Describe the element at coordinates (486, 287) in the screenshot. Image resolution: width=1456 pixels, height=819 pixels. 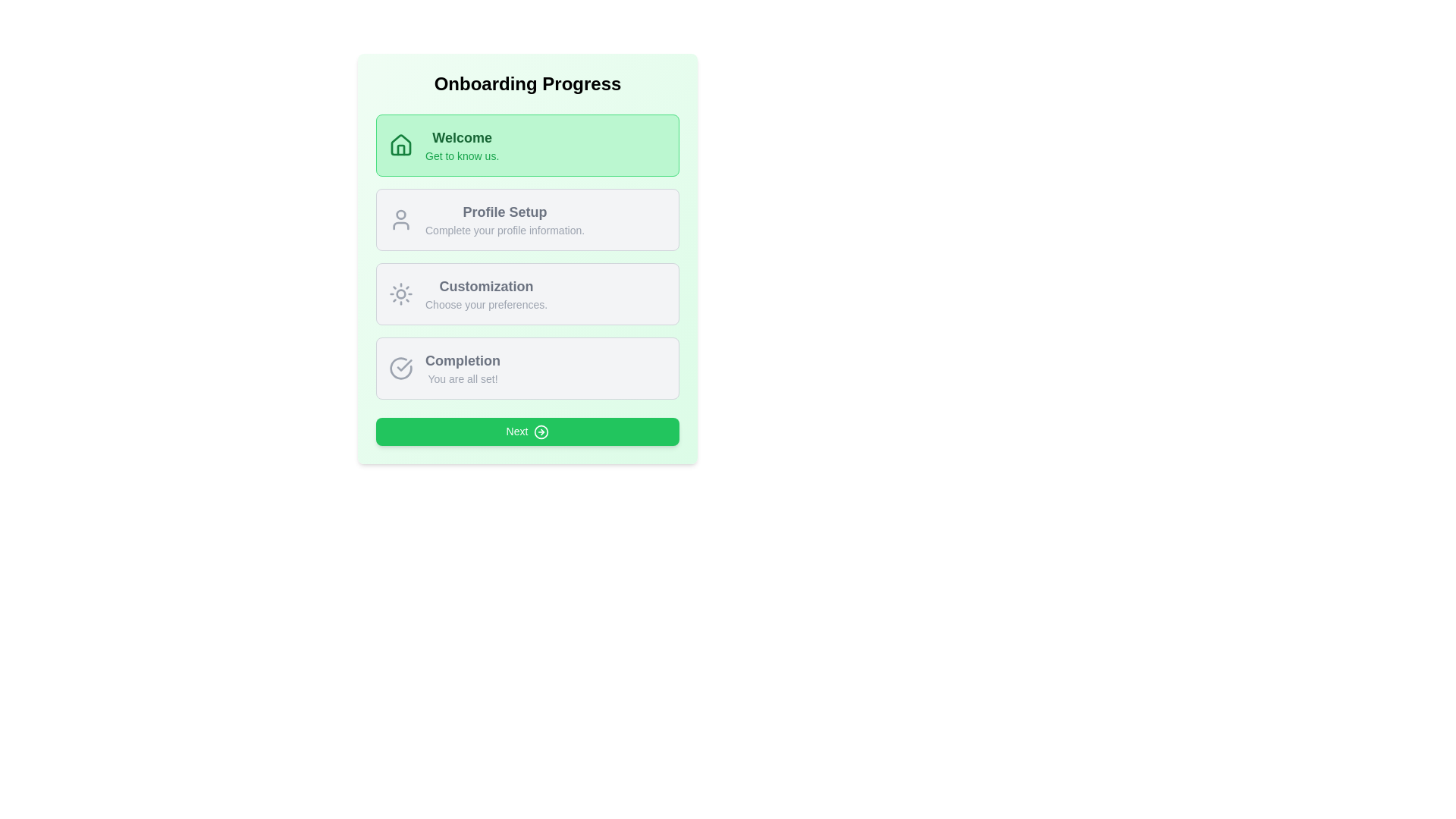
I see `the 'Customization' text label, which is a prominent section header in the onboarding progress panel, displayed in a larger bold font and gray color` at that location.